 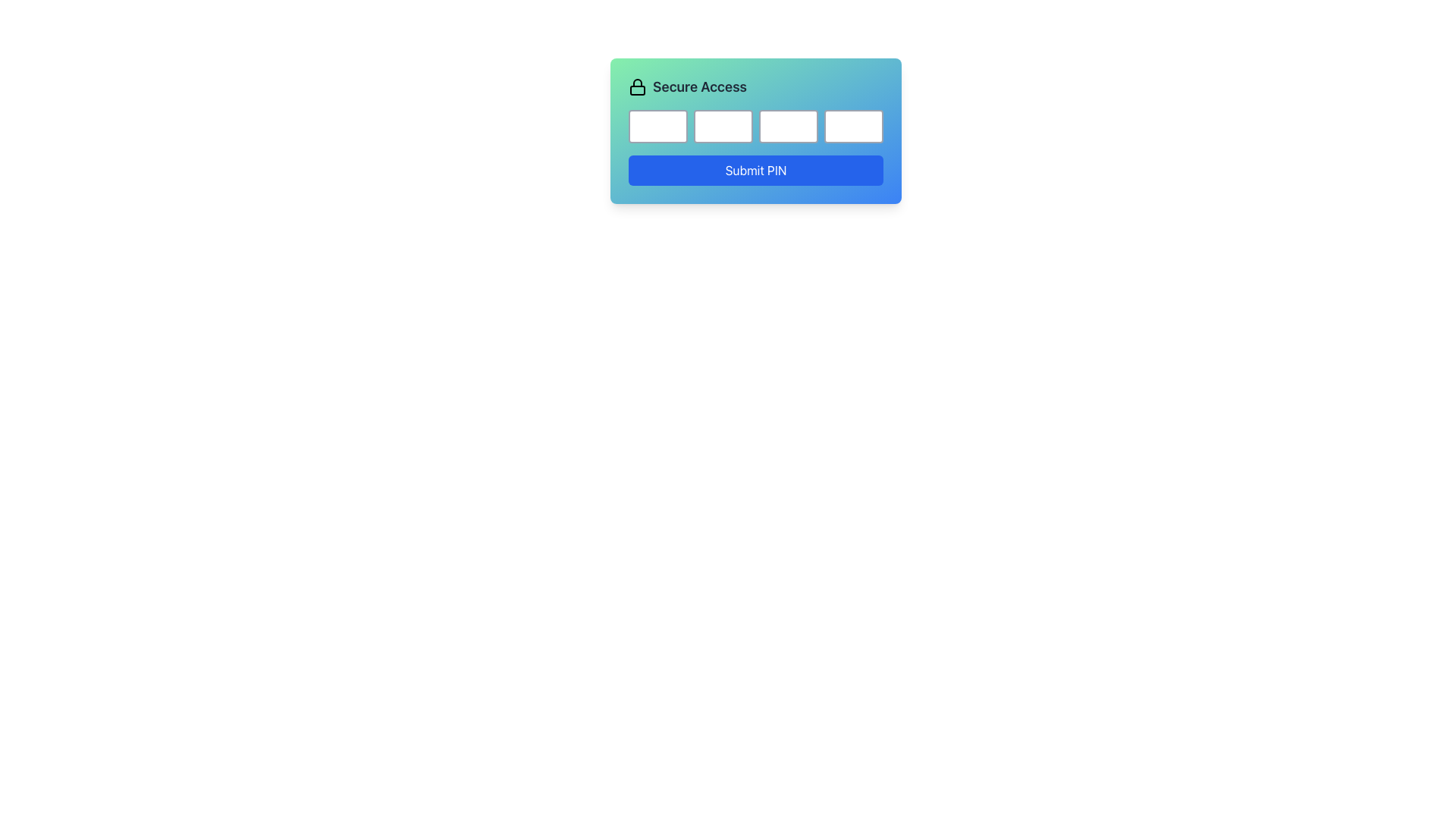 I want to click on the lock icon with a green background that indicates security features, located to the far left of the 'Secure Access' text label, so click(x=637, y=87).